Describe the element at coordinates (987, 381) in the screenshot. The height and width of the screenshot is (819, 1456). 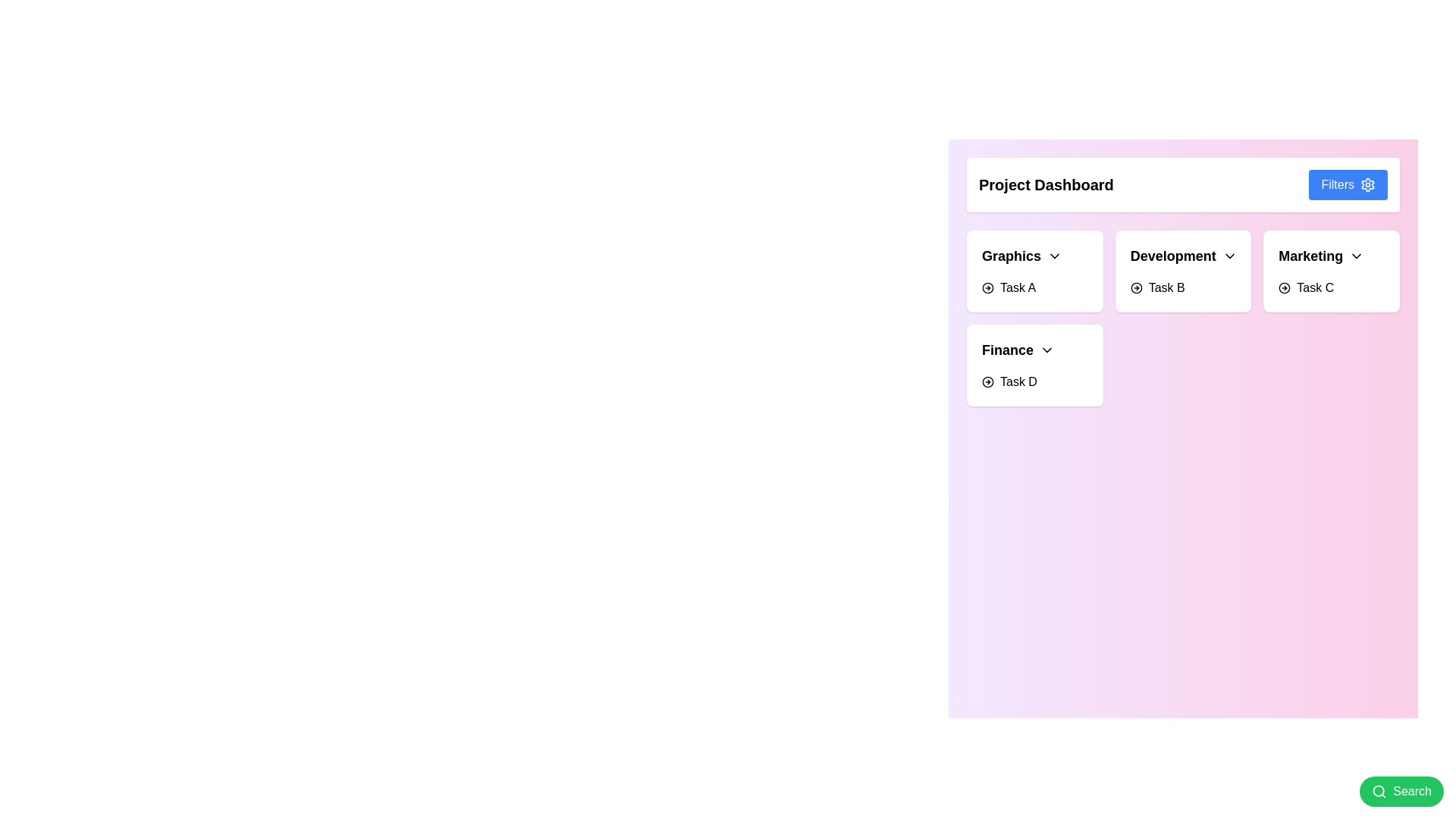
I see `the Icon Button located to the left of the text 'Task D' in the Finance section of the Project Dashboard interface` at that location.